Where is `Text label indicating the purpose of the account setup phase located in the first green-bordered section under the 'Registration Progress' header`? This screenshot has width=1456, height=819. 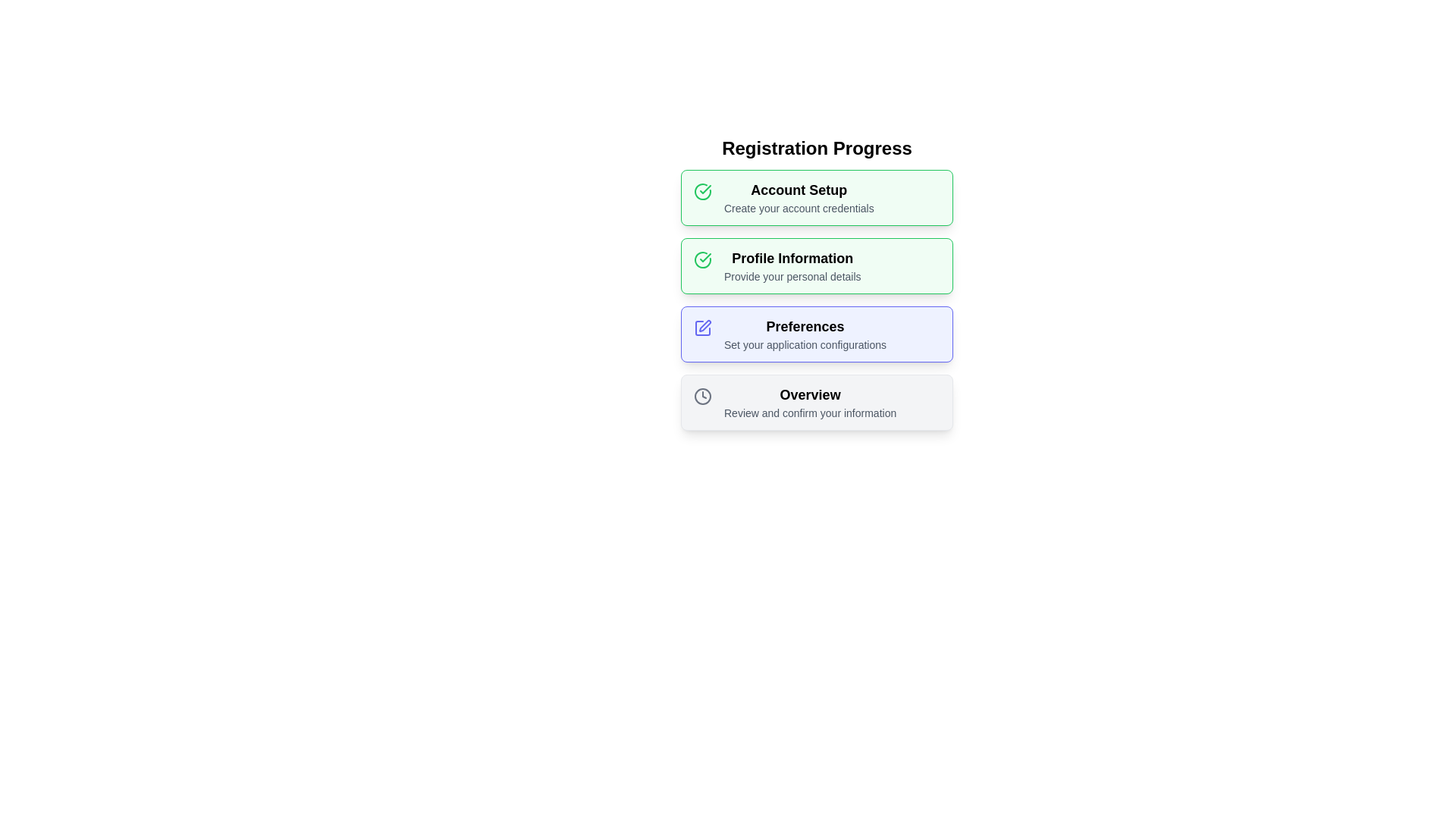
Text label indicating the purpose of the account setup phase located in the first green-bordered section under the 'Registration Progress' header is located at coordinates (798, 197).